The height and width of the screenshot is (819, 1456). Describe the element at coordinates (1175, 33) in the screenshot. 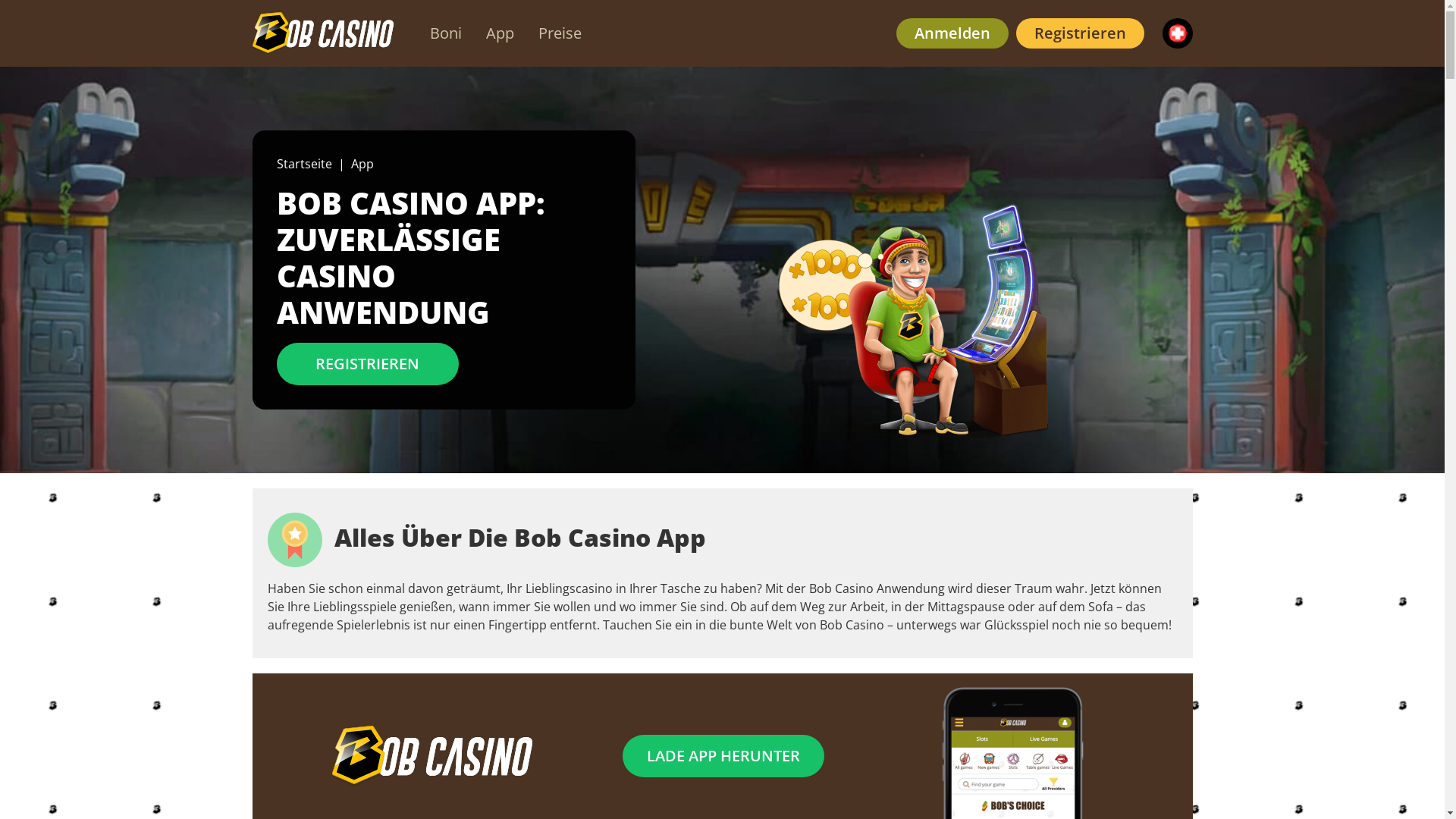

I see `'CH'` at that location.